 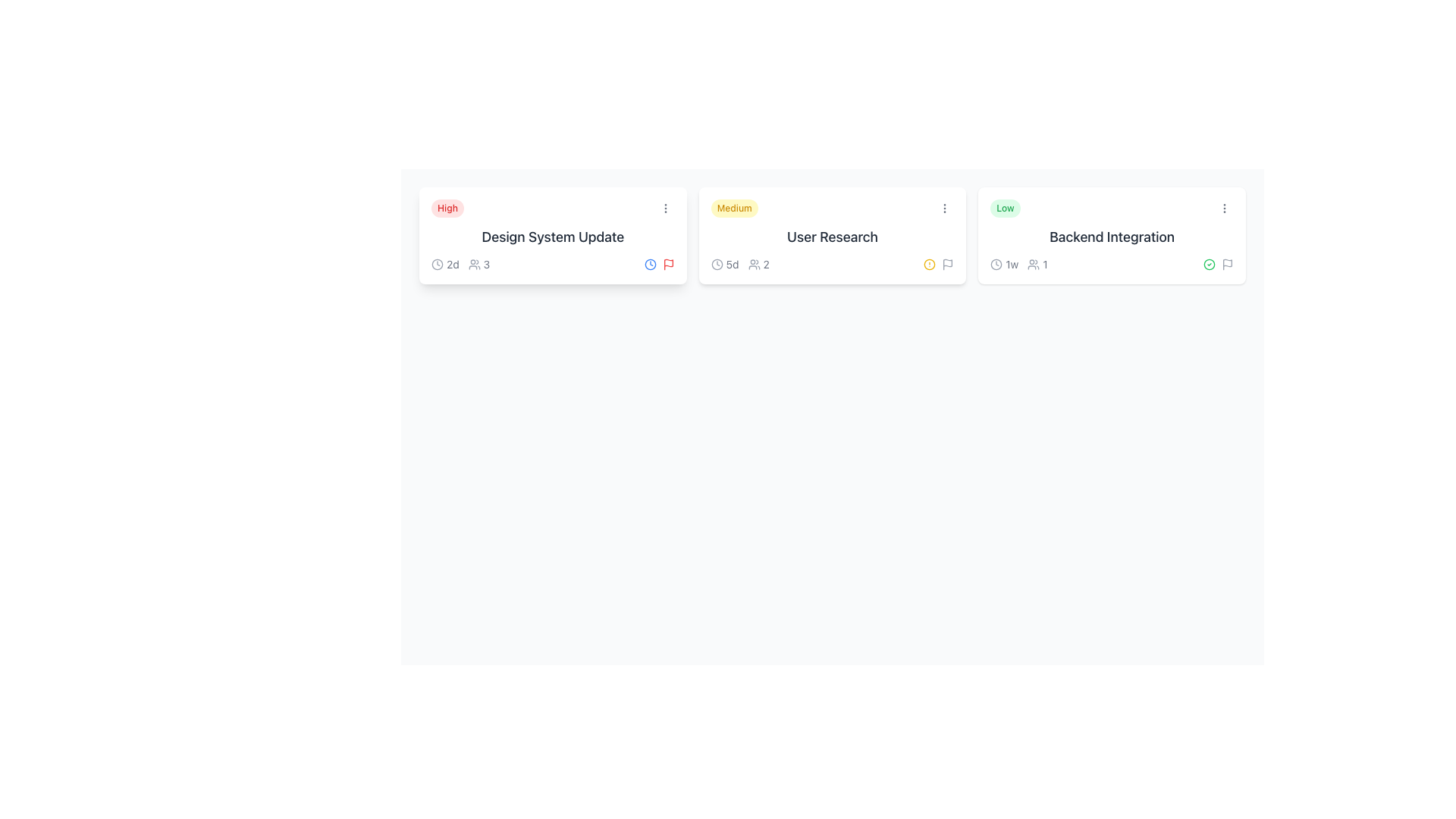 I want to click on the composite display element containing an icon and text group that shows task metadata, located at the bottom-left corner of the 'Design System Update' card, so click(x=460, y=263).